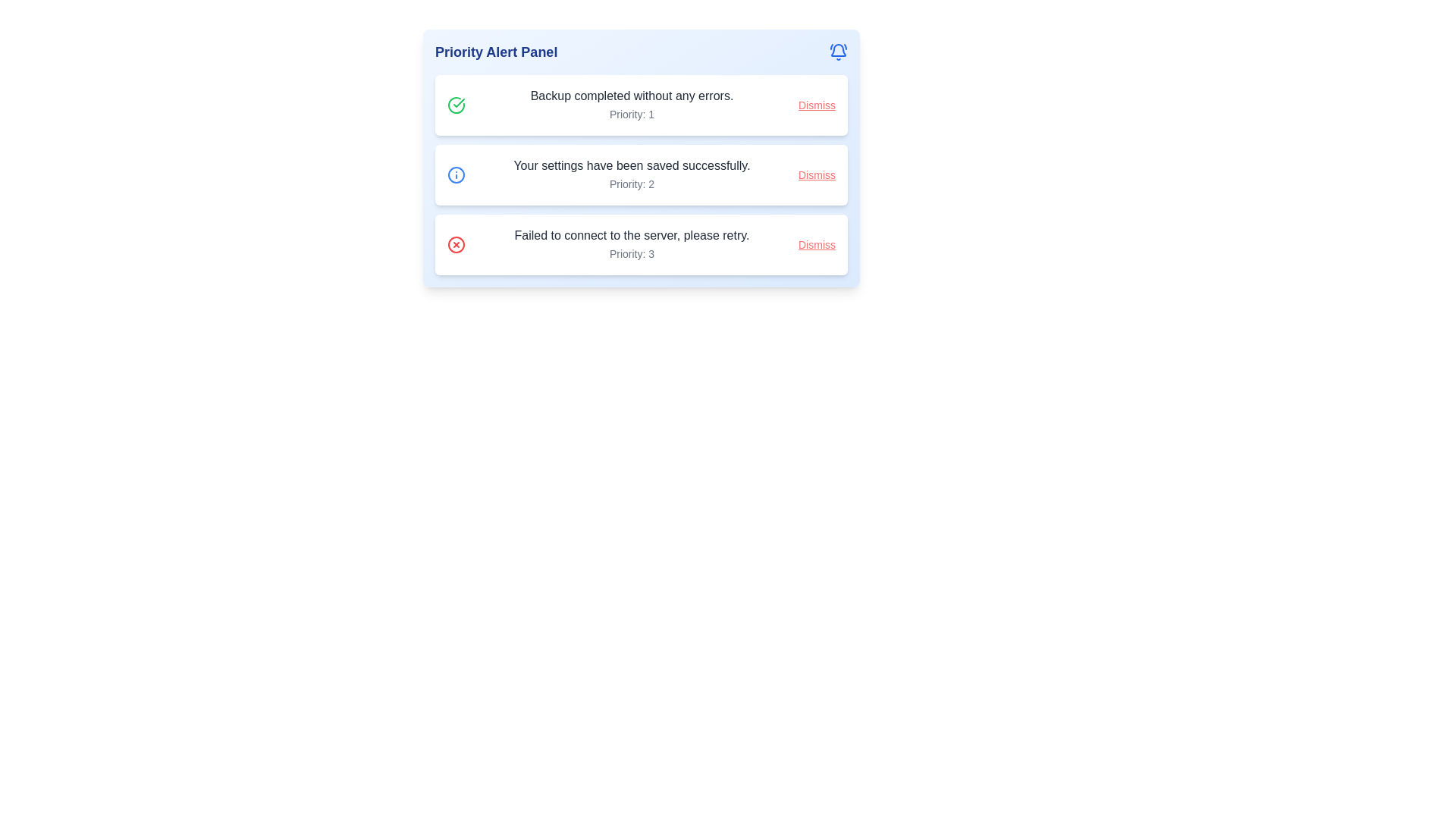  I want to click on the static text element that reads 'Priority: 2', which is styled in a smaller gray font and positioned below the success message, so click(632, 184).